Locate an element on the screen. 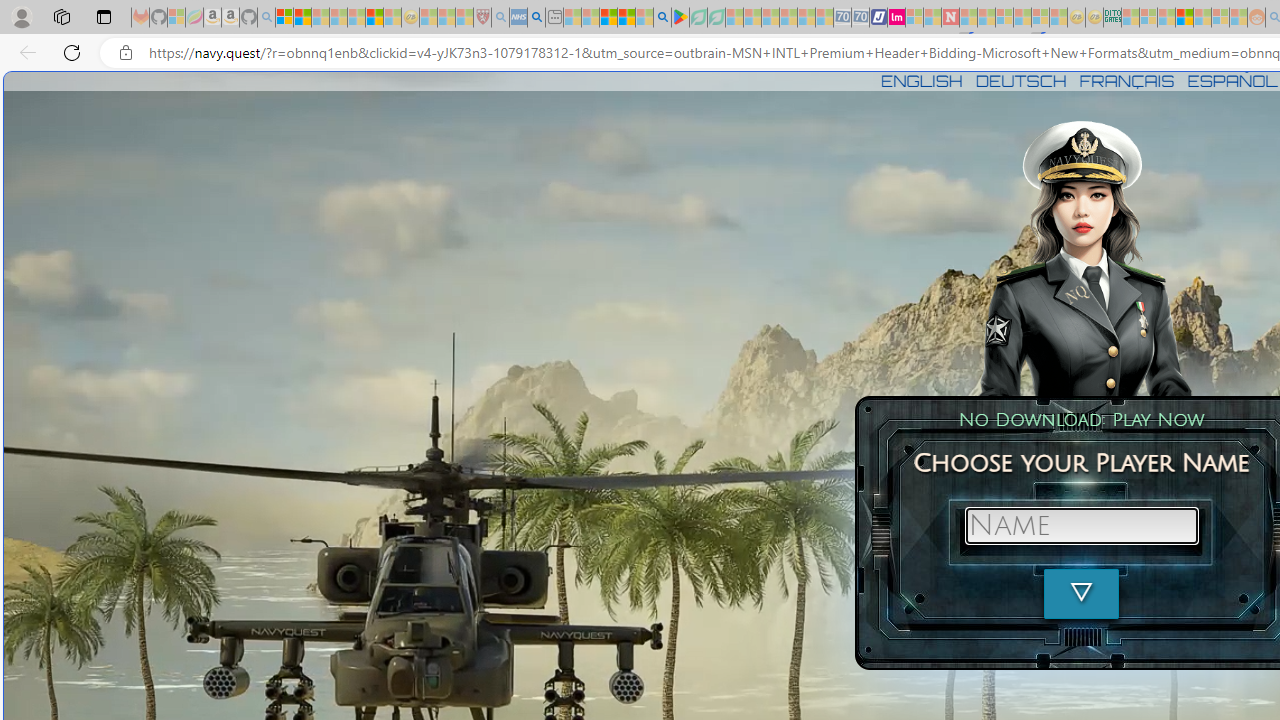 This screenshot has width=1280, height=720. 'Jobs - lastminute.com Investor Portal' is located at coordinates (895, 17).